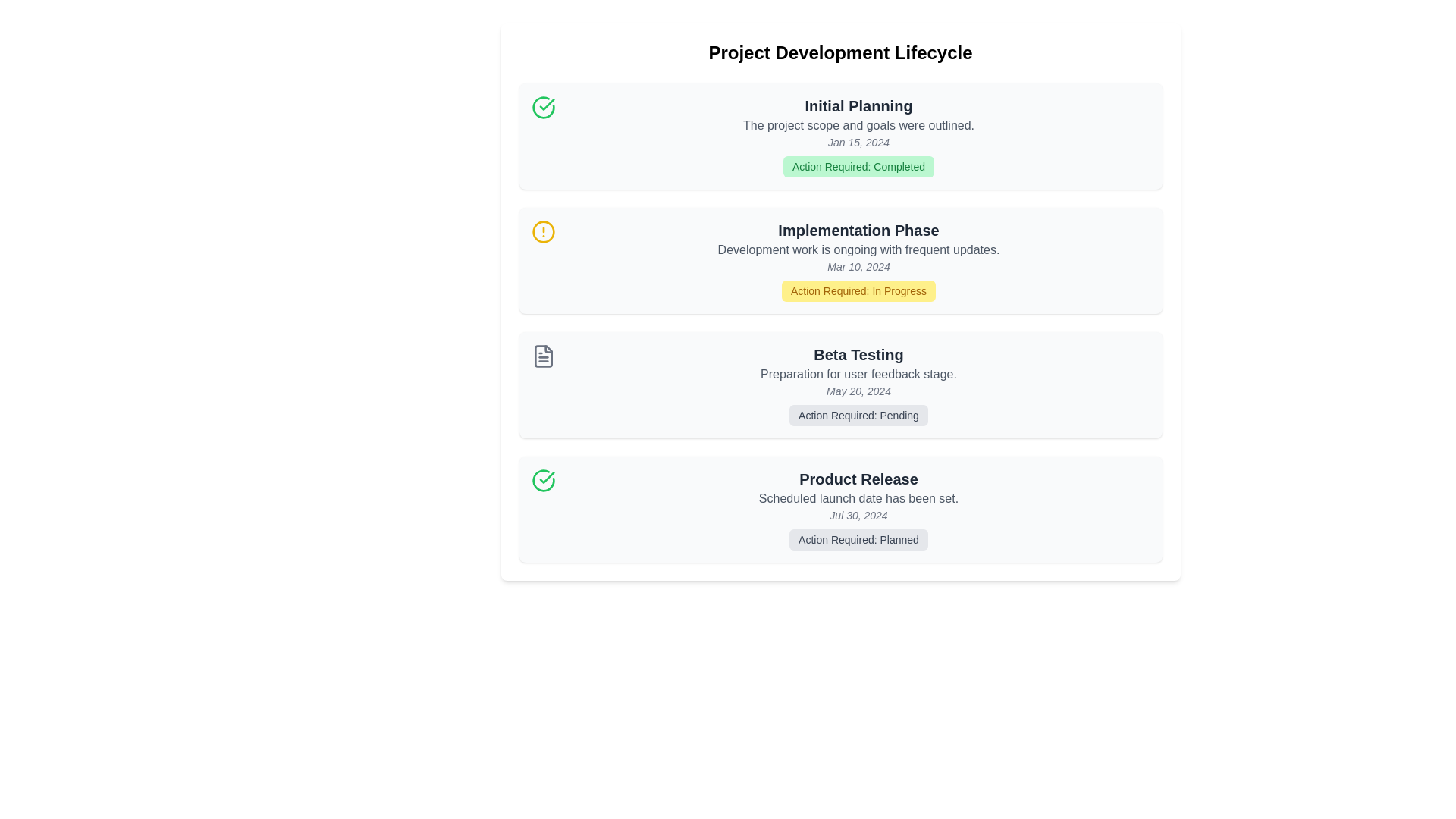 The image size is (1456, 819). Describe the element at coordinates (543, 231) in the screenshot. I see `the warning or in-progress indicator icon that is part of the project lifecycle flow sequence` at that location.